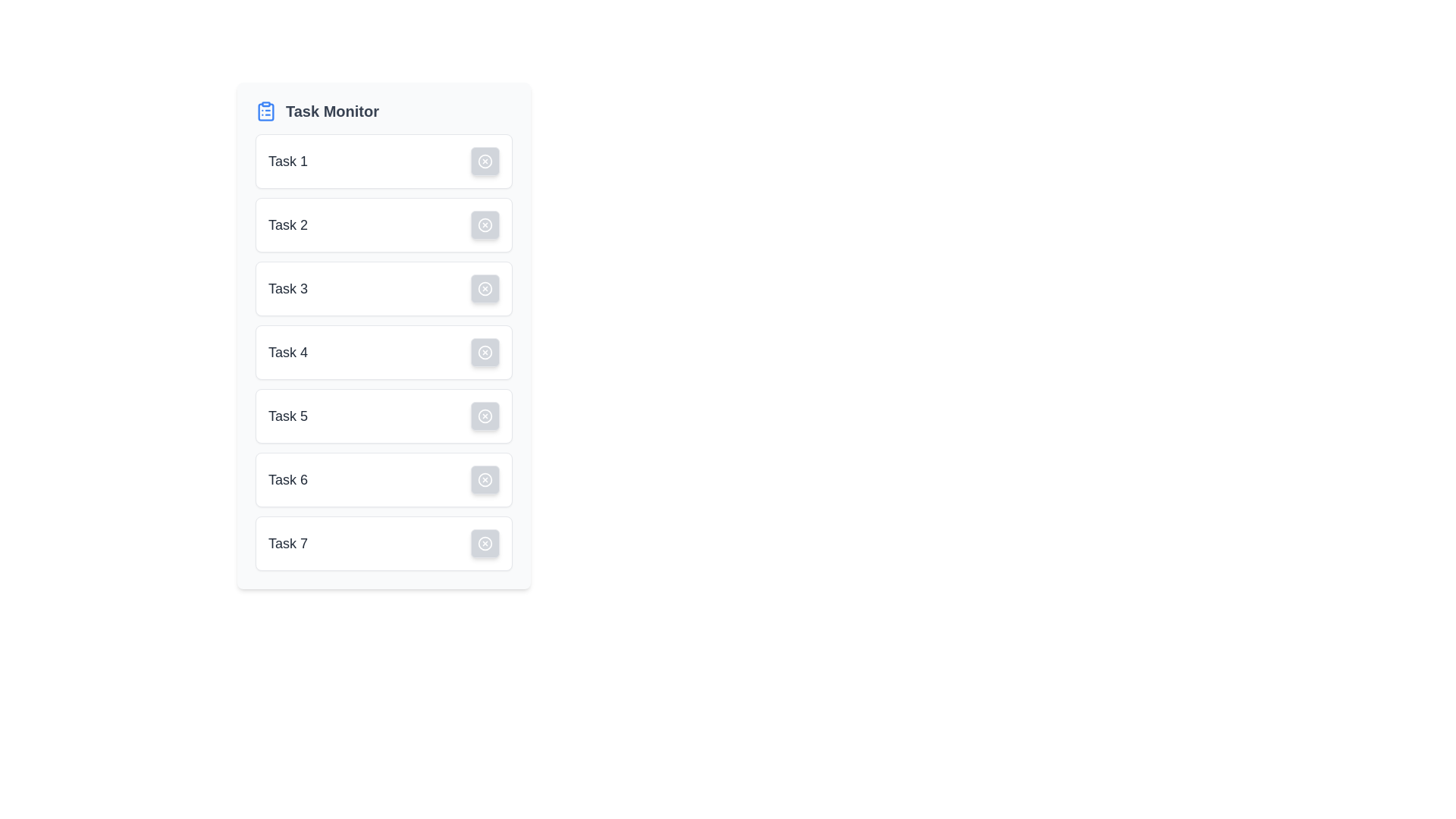 The height and width of the screenshot is (819, 1456). What do you see at coordinates (384, 225) in the screenshot?
I see `the second task entry in the task manager interface` at bounding box center [384, 225].